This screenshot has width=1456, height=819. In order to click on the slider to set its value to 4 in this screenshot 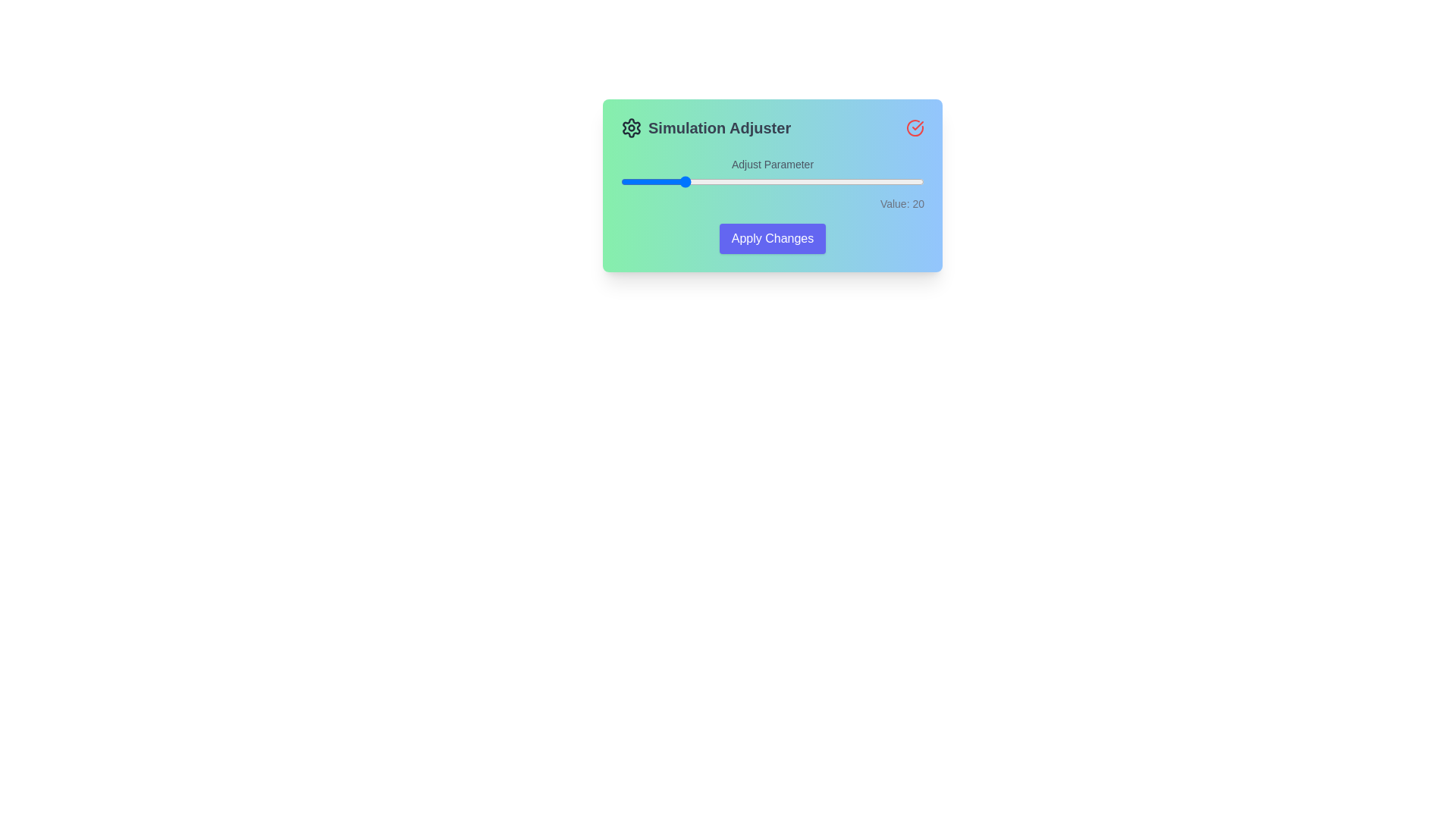, I will do `click(633, 180)`.